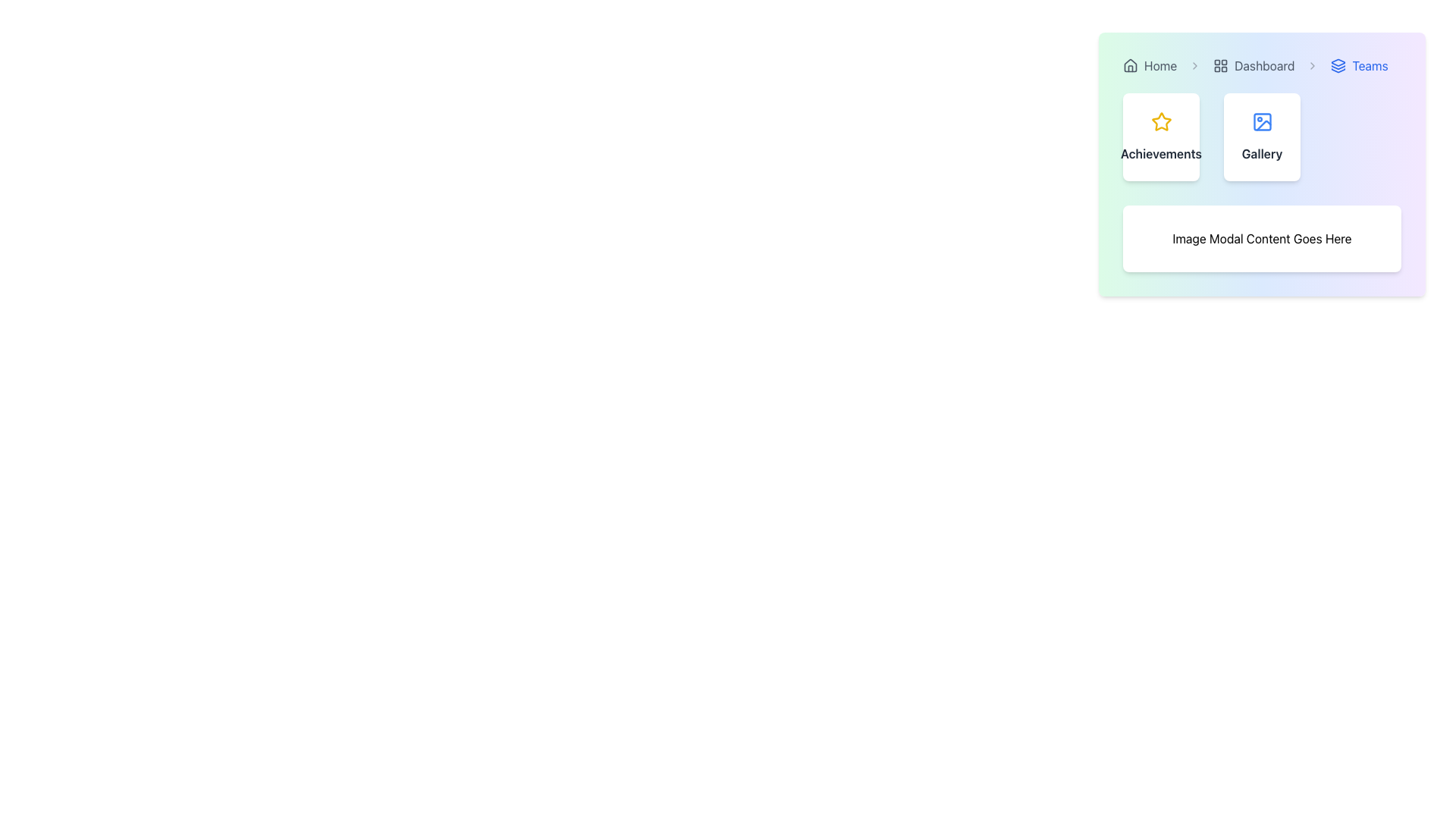 The image size is (1456, 819). Describe the element at coordinates (1262, 121) in the screenshot. I see `the icon in the 'Gallery' card component, which indicates a feature related to images or galleries` at that location.